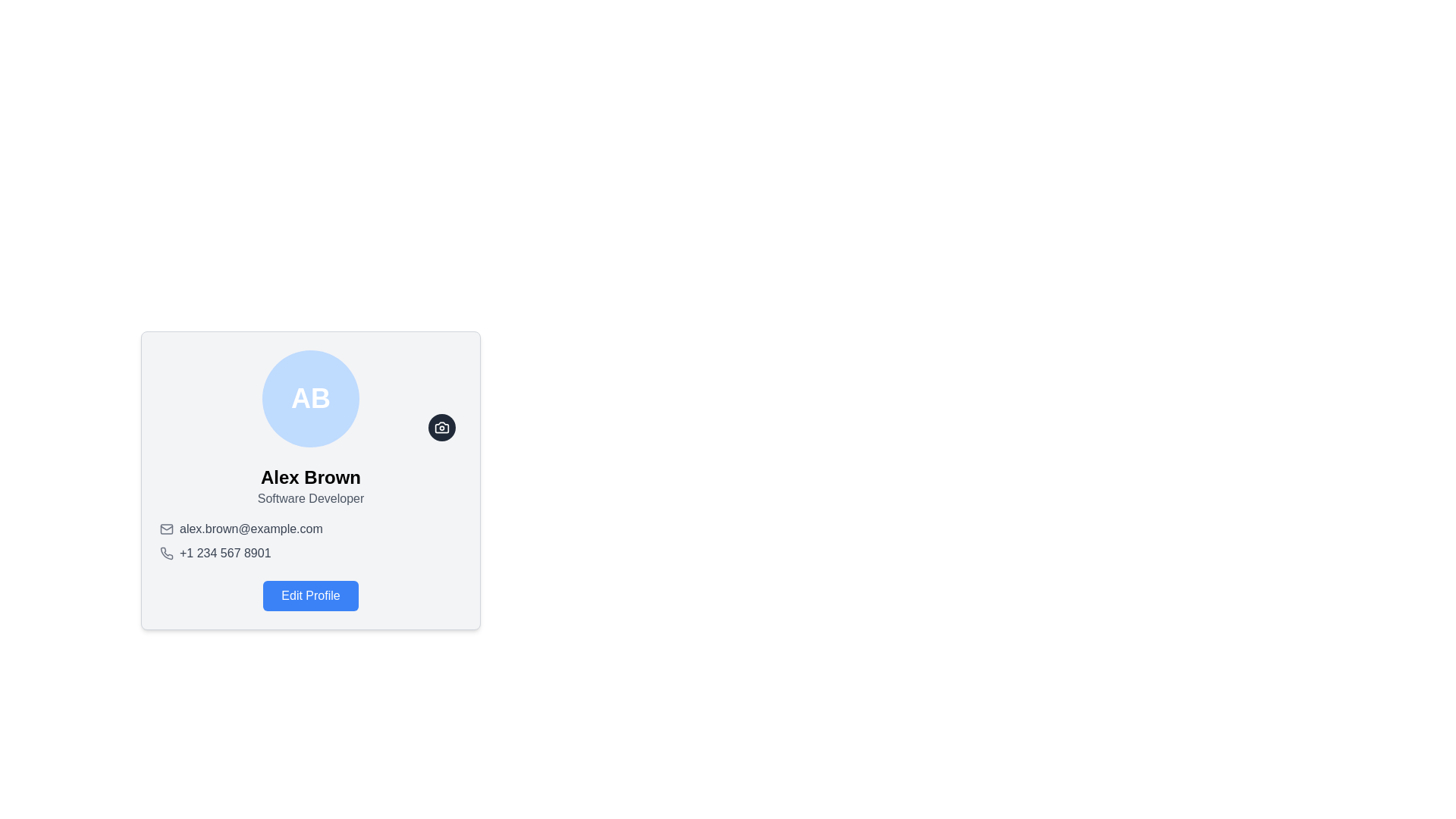 Image resolution: width=1456 pixels, height=819 pixels. I want to click on the phone icon displayed next to the phone number '+1 234 567 8901' in the user profile card, so click(167, 553).